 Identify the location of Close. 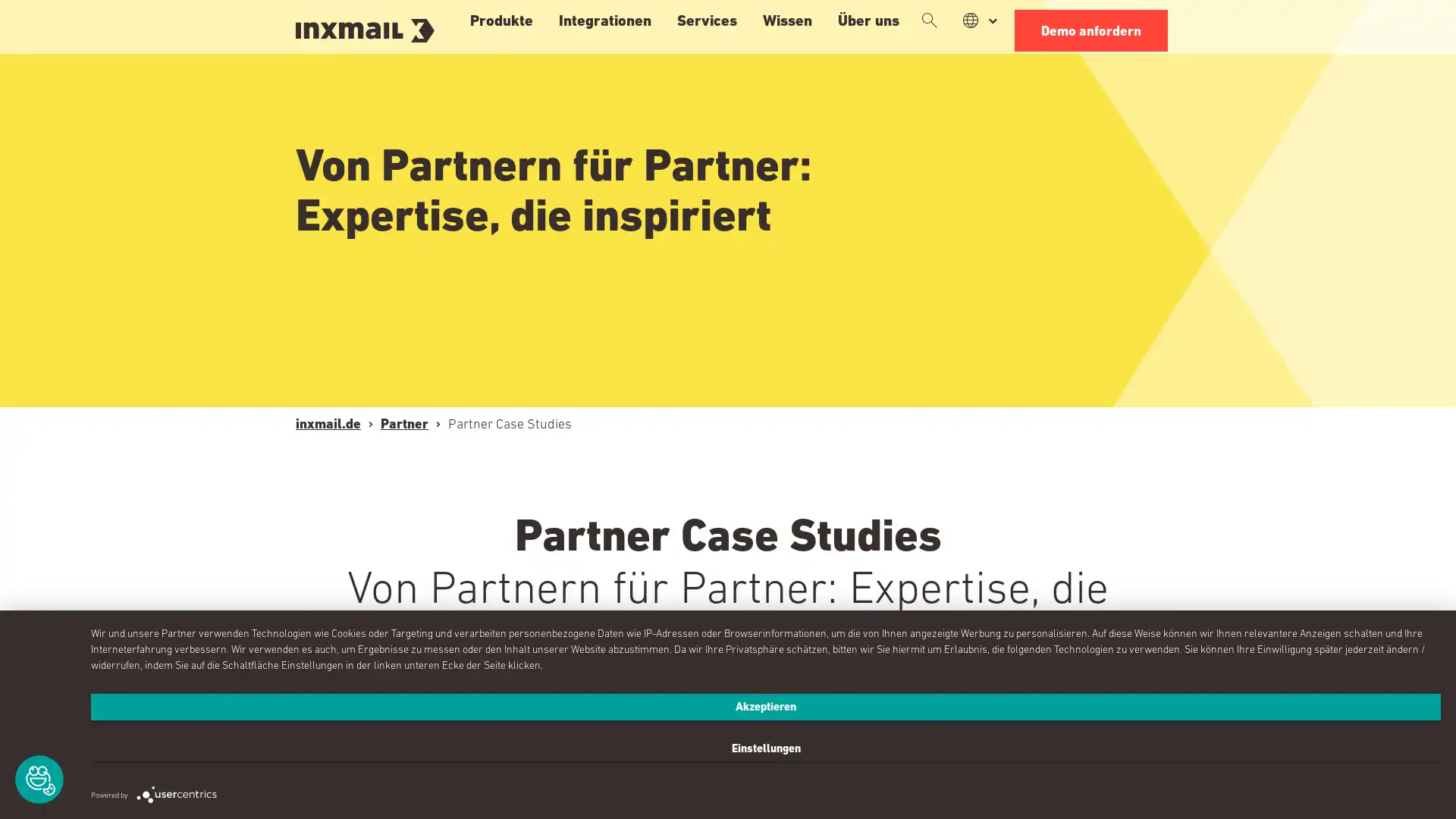
(1086, 96).